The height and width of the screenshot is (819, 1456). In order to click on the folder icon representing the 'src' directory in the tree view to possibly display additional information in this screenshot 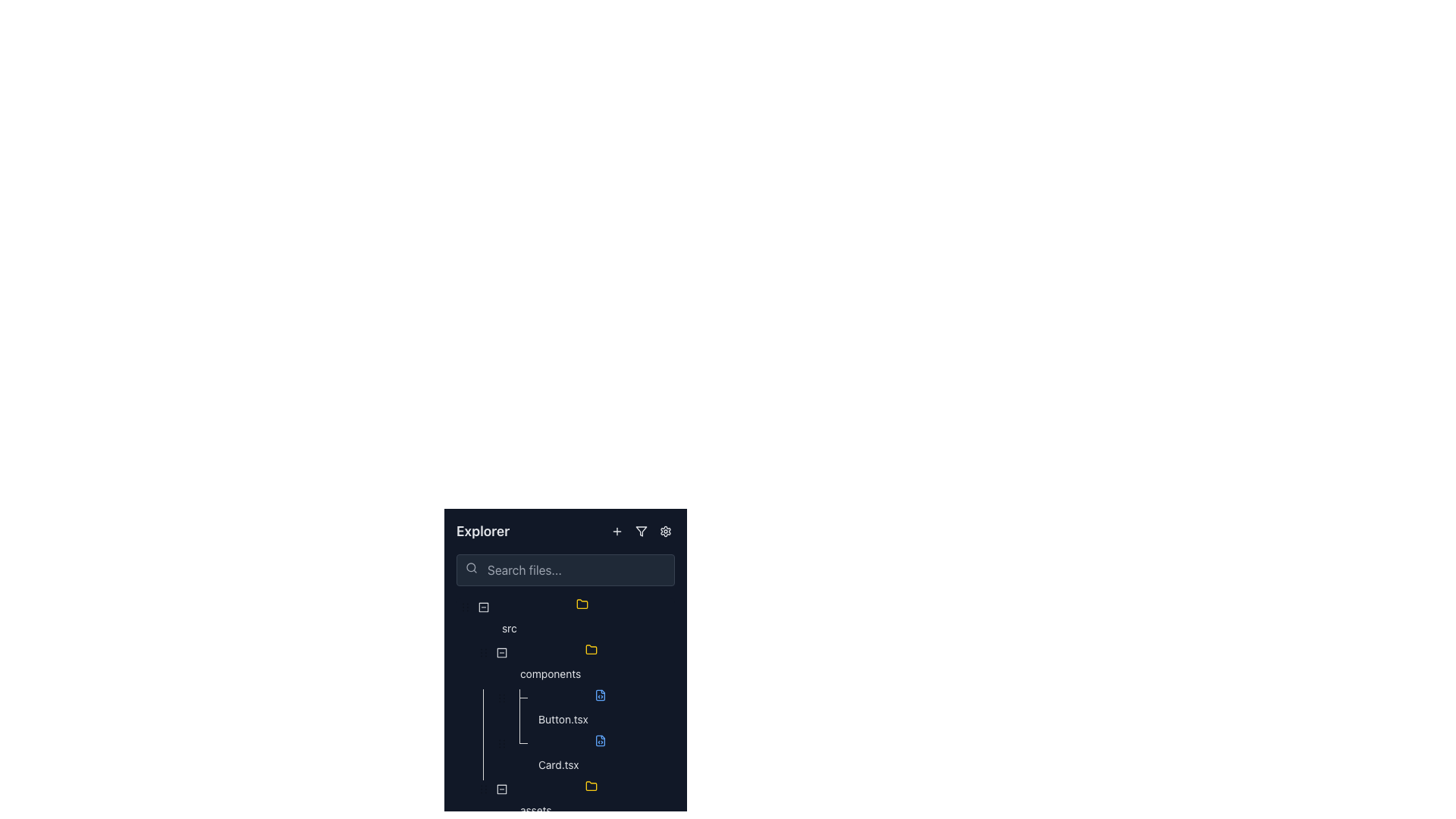, I will do `click(585, 607)`.